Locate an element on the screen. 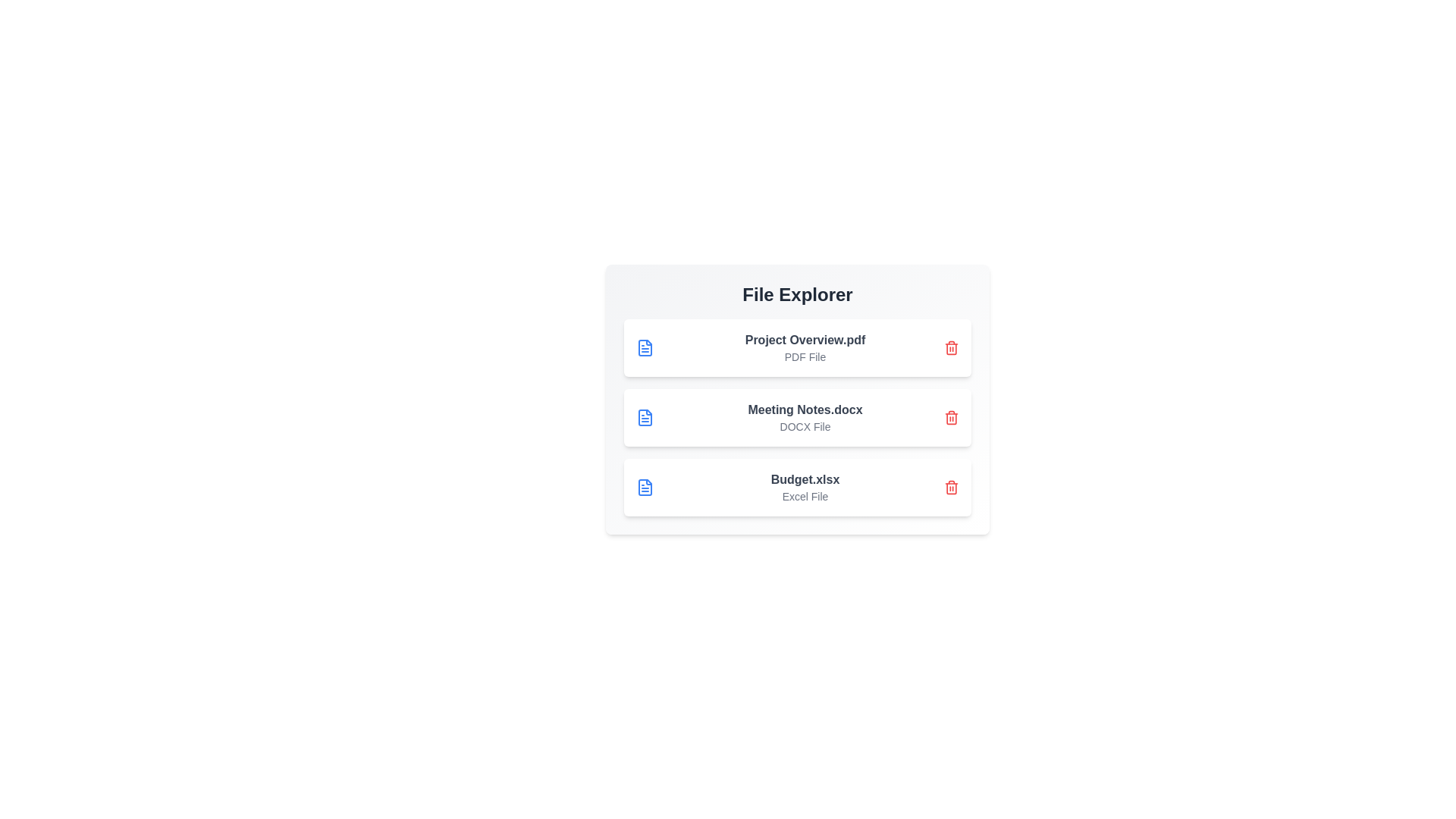 This screenshot has height=819, width=1456. delete button for the file named Meeting Notes.docx is located at coordinates (950, 418).